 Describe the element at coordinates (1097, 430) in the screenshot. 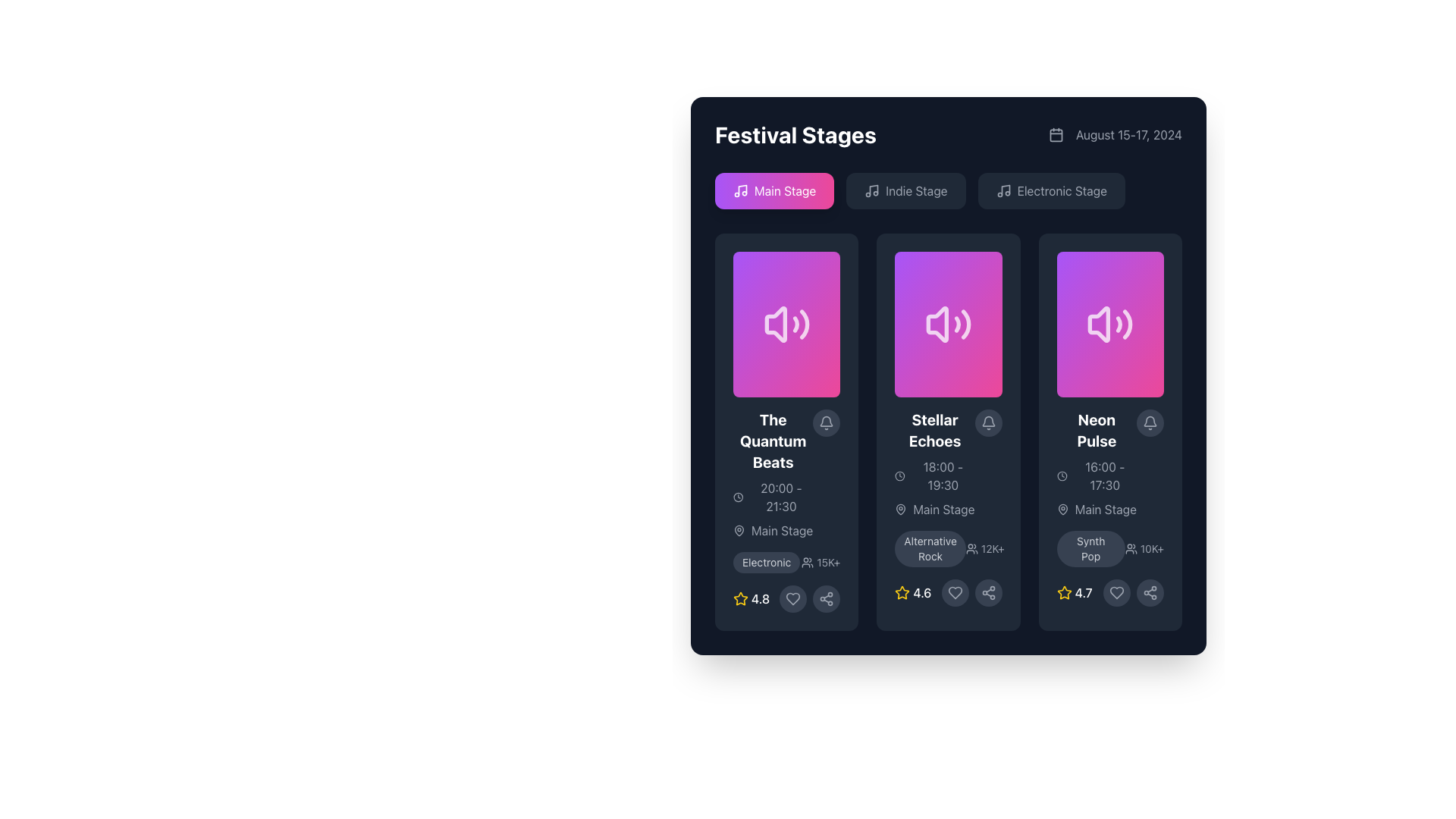

I see `the bold white text label reading 'Neon Pulse'` at that location.